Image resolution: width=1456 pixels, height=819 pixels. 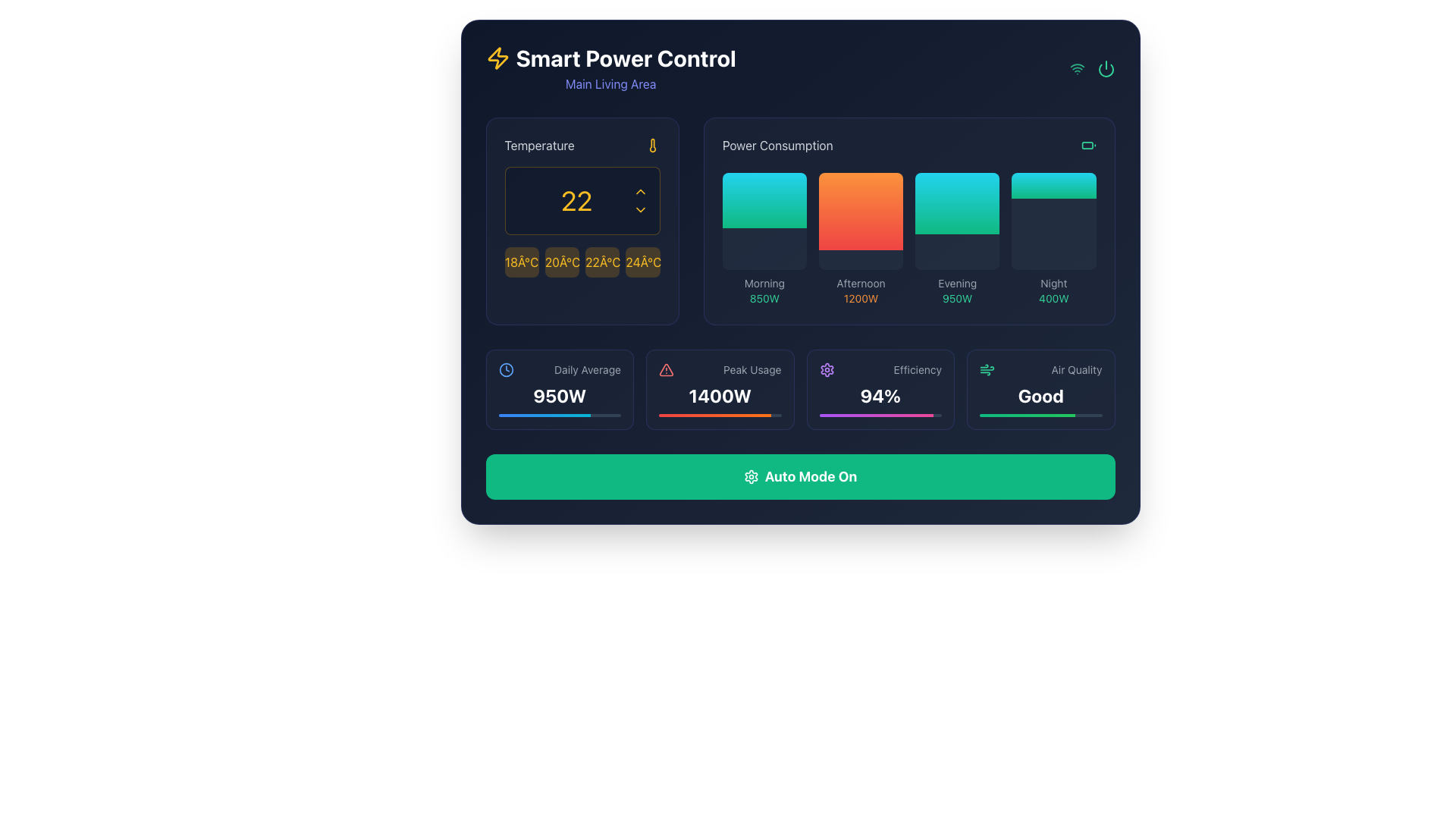 What do you see at coordinates (640, 210) in the screenshot?
I see `the Chevron Down icon located at the center of the temperature control panel to prompt a visual change` at bounding box center [640, 210].